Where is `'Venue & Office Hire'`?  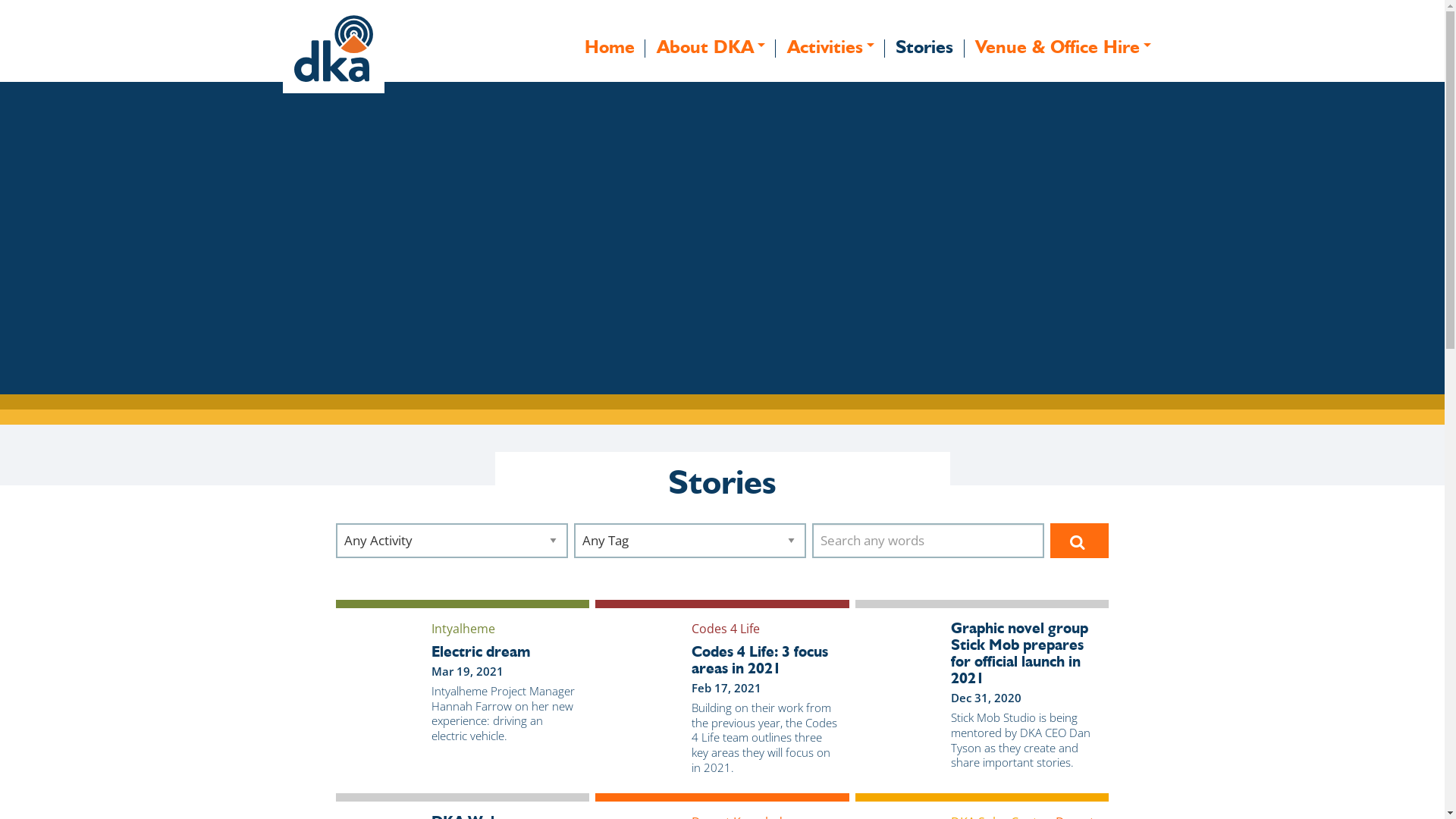 'Venue & Office Hire' is located at coordinates (1062, 46).